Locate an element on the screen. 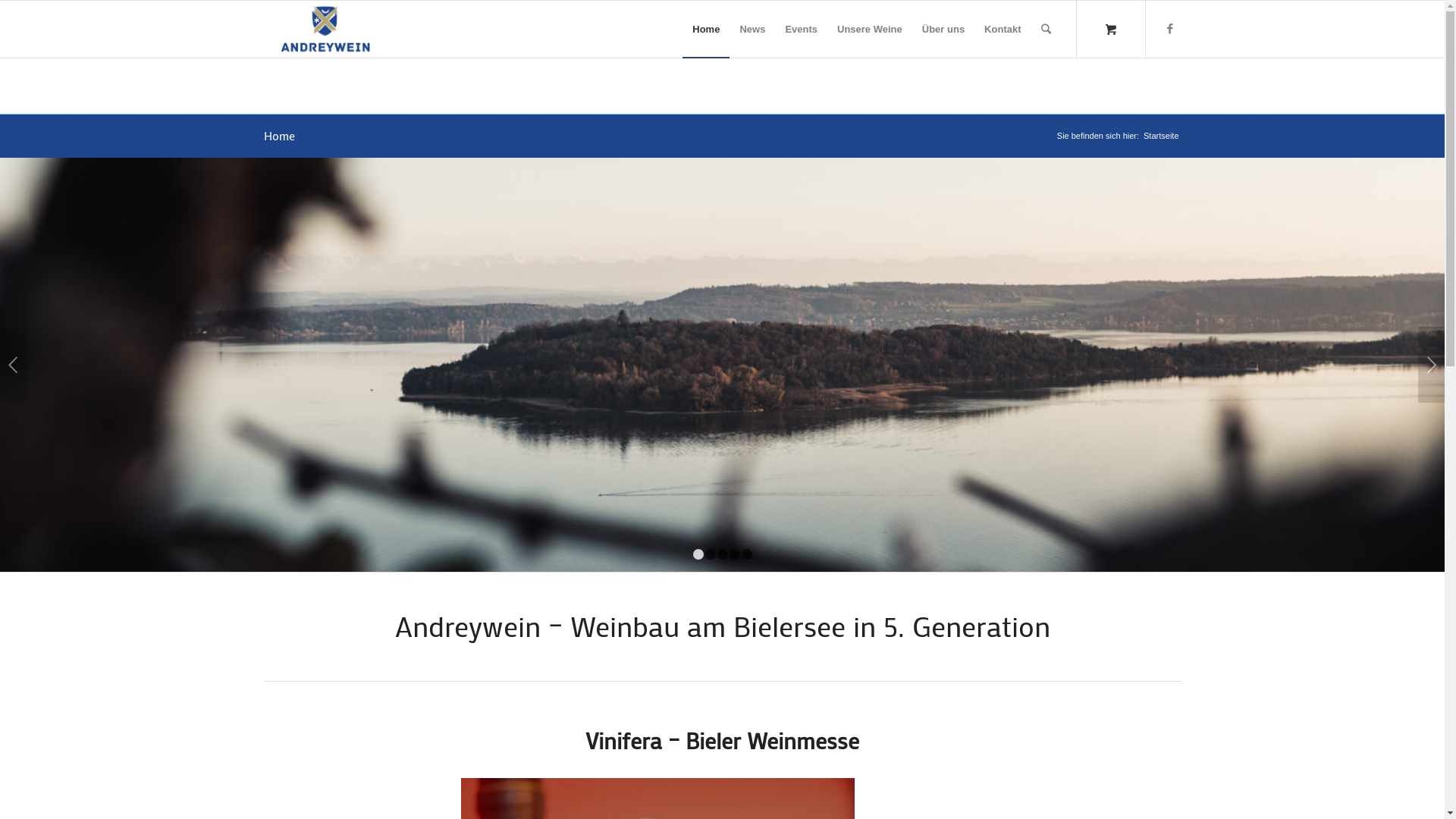 This screenshot has width=1456, height=819. 'Events' is located at coordinates (775, 29).